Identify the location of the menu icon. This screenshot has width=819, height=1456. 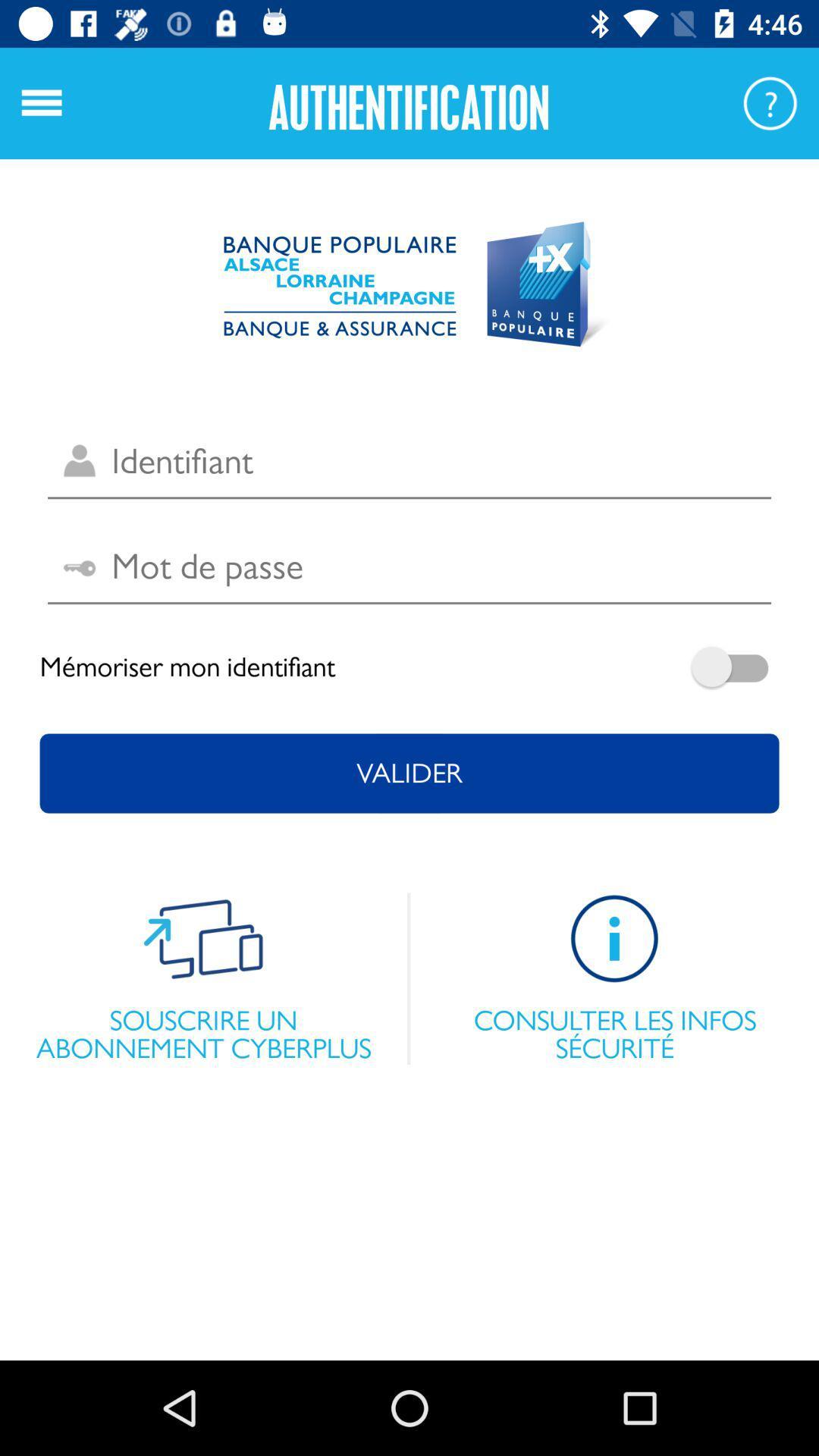
(41, 102).